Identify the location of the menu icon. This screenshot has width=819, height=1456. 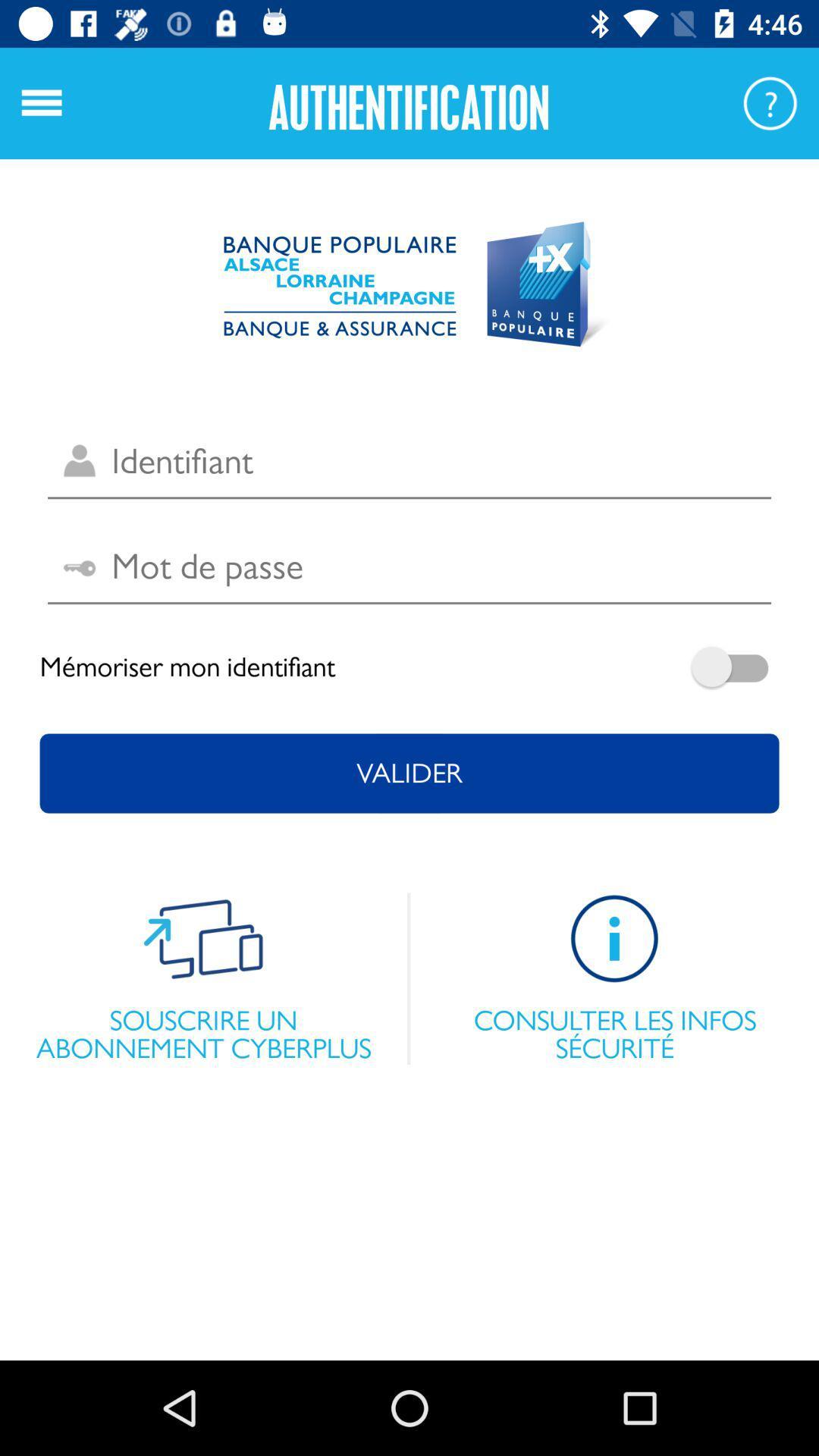
(41, 102).